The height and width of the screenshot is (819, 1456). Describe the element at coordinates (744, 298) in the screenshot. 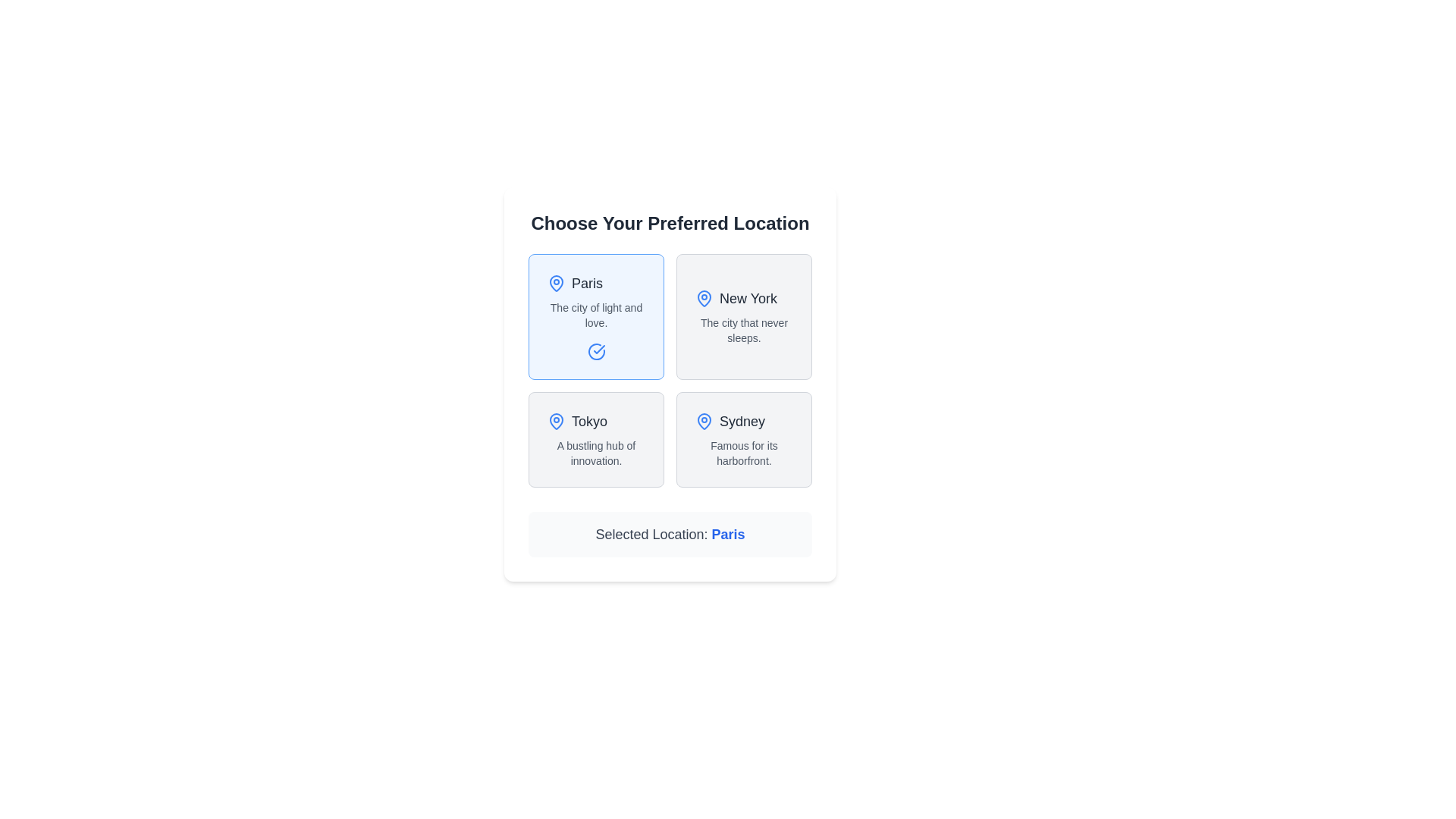

I see `the icon of the label representing New York` at that location.